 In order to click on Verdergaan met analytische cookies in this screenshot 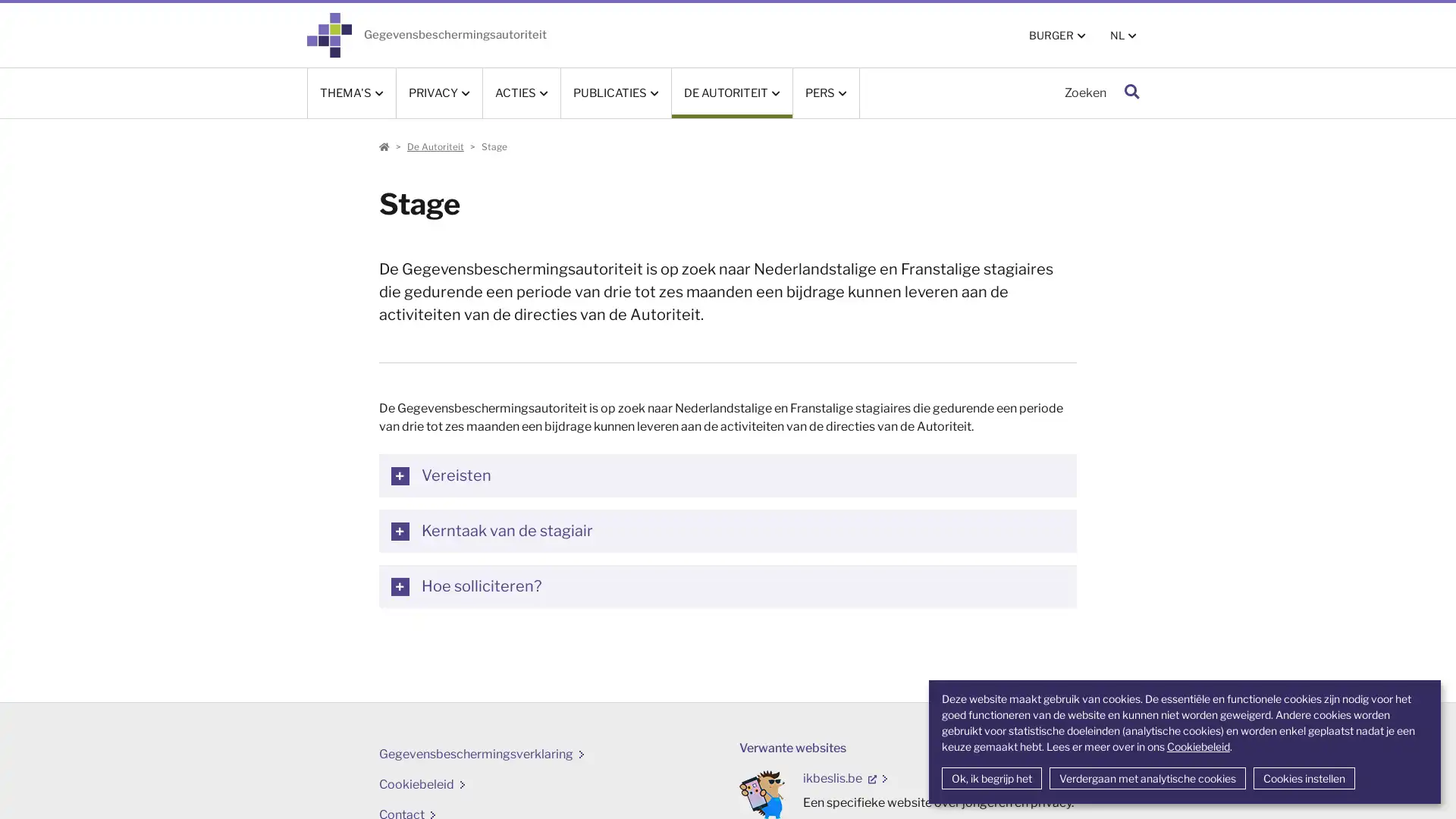, I will do `click(1147, 778)`.